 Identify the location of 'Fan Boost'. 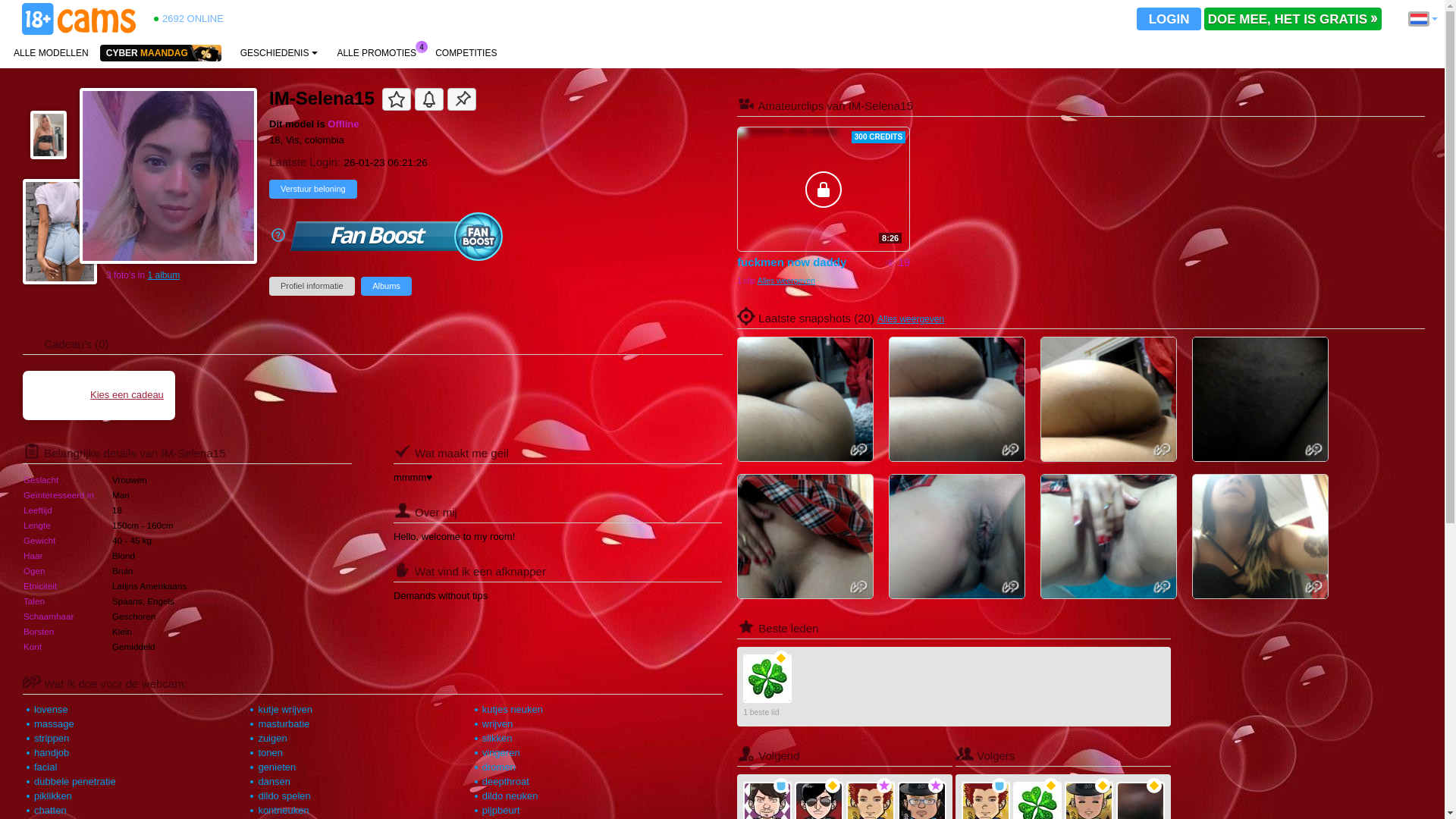
(397, 236).